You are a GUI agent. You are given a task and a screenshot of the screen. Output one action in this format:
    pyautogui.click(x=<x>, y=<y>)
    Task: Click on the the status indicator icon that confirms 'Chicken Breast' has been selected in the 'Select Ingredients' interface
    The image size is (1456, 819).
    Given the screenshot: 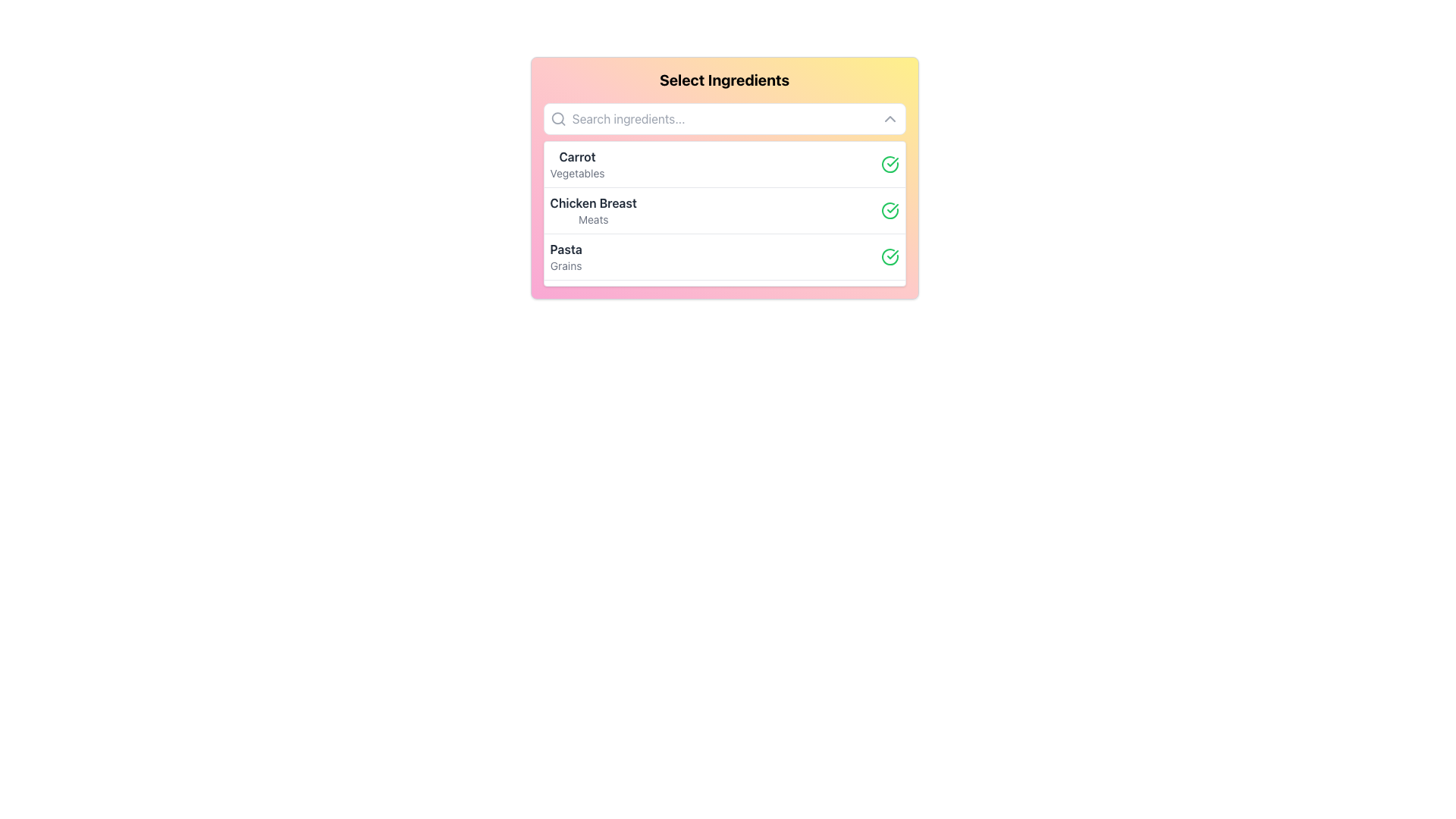 What is the action you would take?
    pyautogui.click(x=890, y=210)
    